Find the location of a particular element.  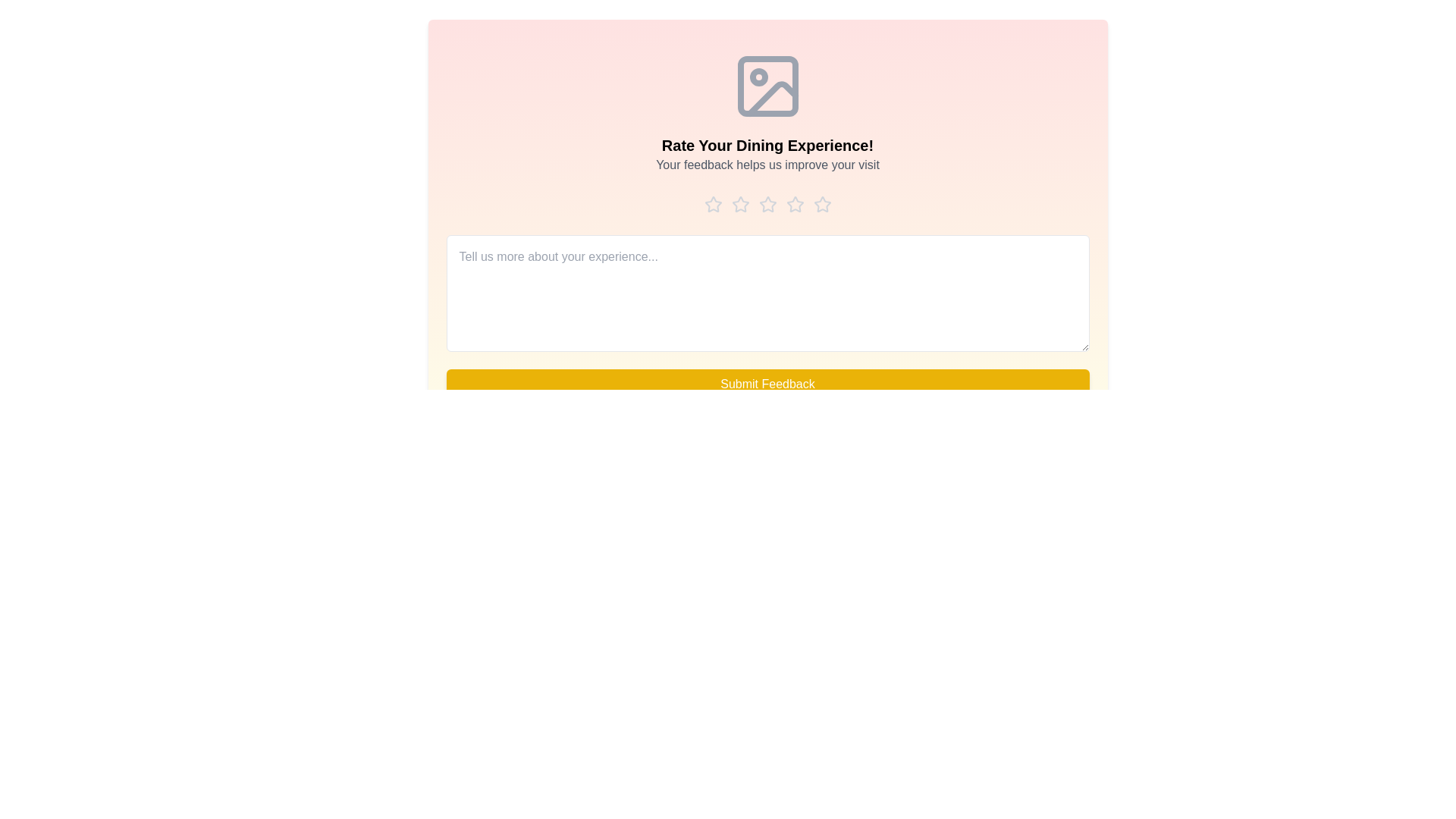

the text area and type the feedback message is located at coordinates (767, 293).